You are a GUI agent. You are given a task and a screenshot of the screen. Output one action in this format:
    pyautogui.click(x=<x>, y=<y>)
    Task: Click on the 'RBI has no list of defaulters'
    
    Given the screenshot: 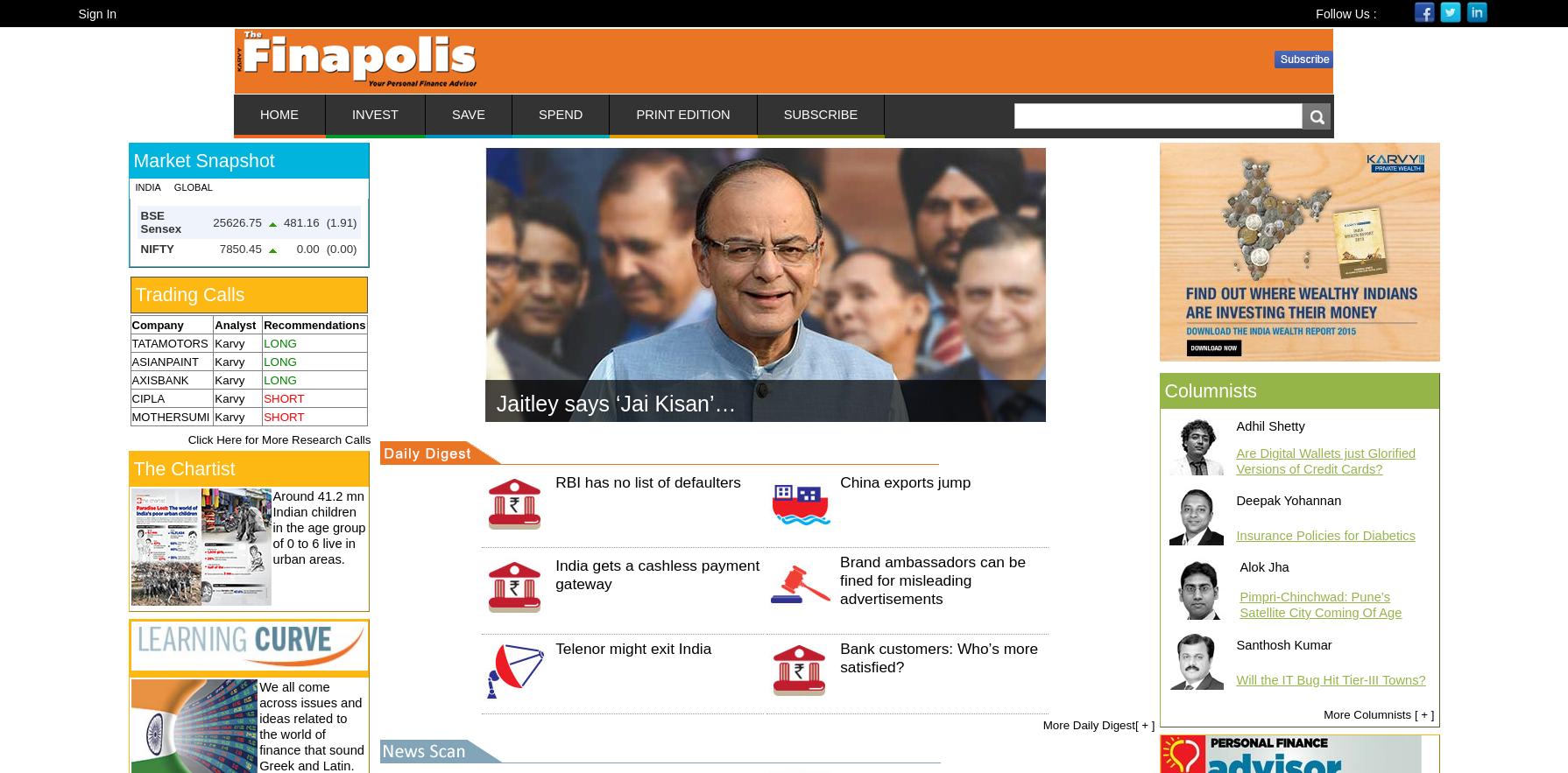 What is the action you would take?
    pyautogui.click(x=646, y=481)
    